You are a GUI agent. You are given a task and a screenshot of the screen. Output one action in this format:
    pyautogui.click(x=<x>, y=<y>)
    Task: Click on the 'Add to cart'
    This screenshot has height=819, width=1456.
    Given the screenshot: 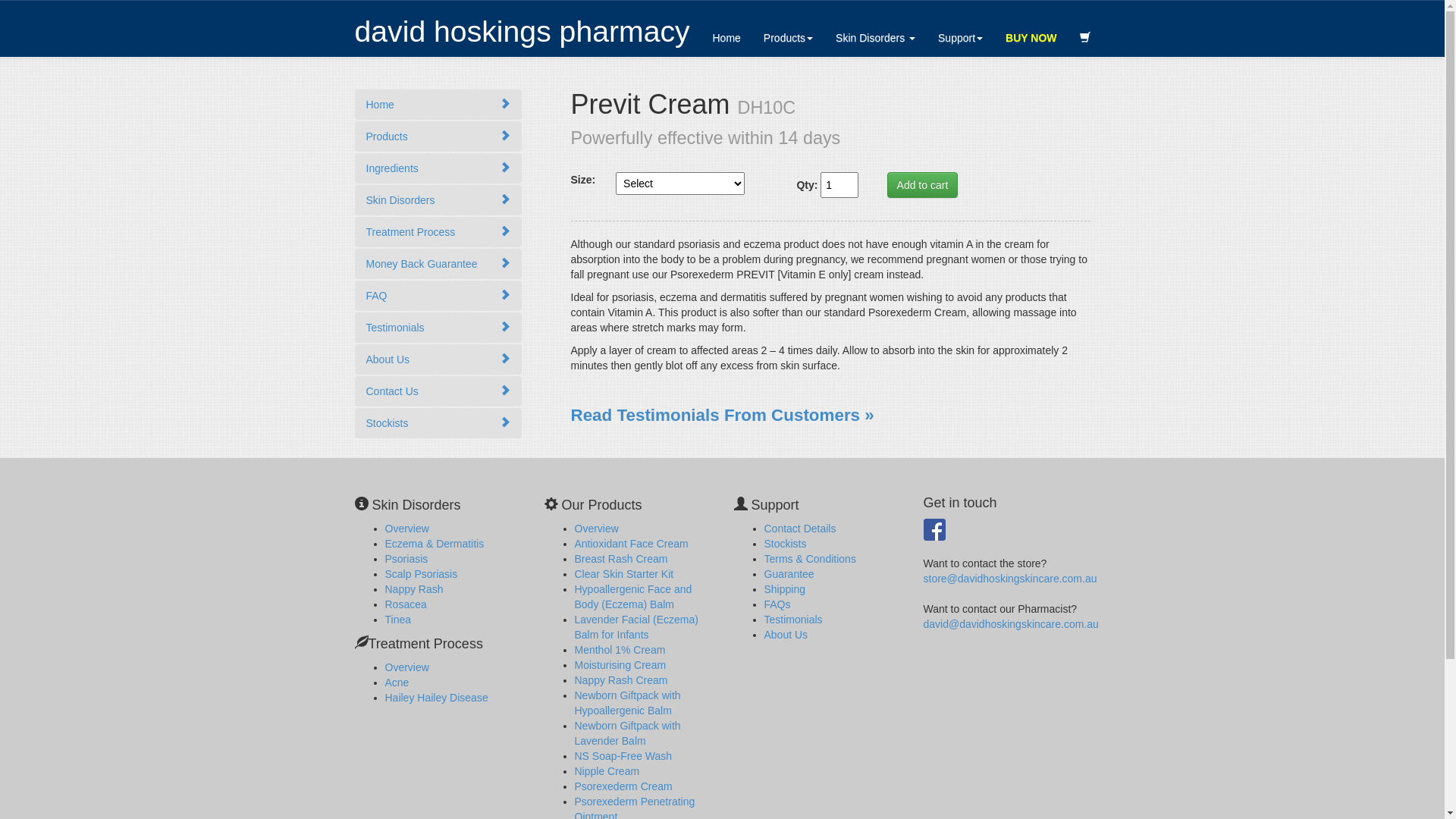 What is the action you would take?
    pyautogui.click(x=887, y=184)
    